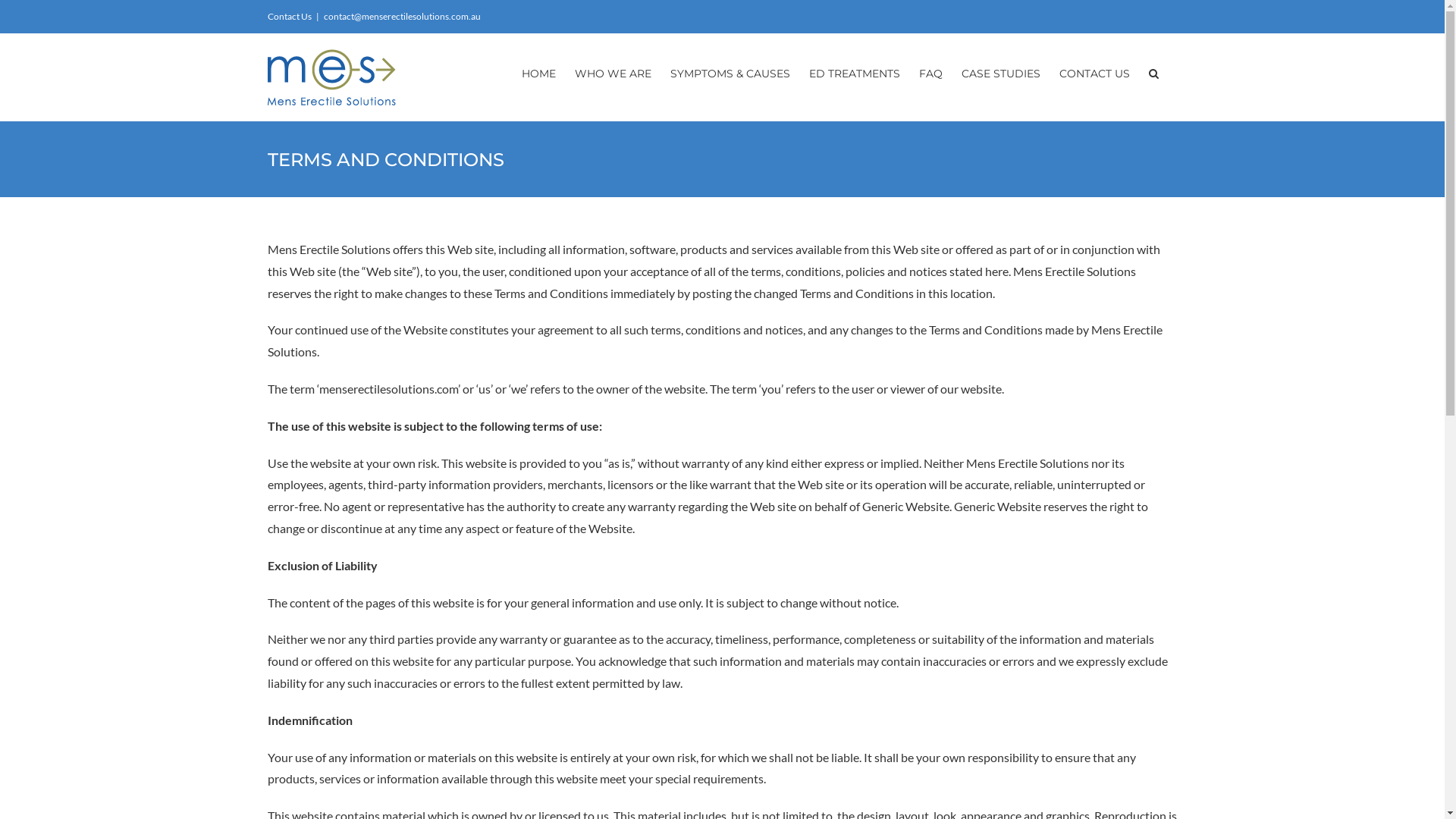 The height and width of the screenshot is (819, 1456). Describe the element at coordinates (930, 73) in the screenshot. I see `'FAQ'` at that location.